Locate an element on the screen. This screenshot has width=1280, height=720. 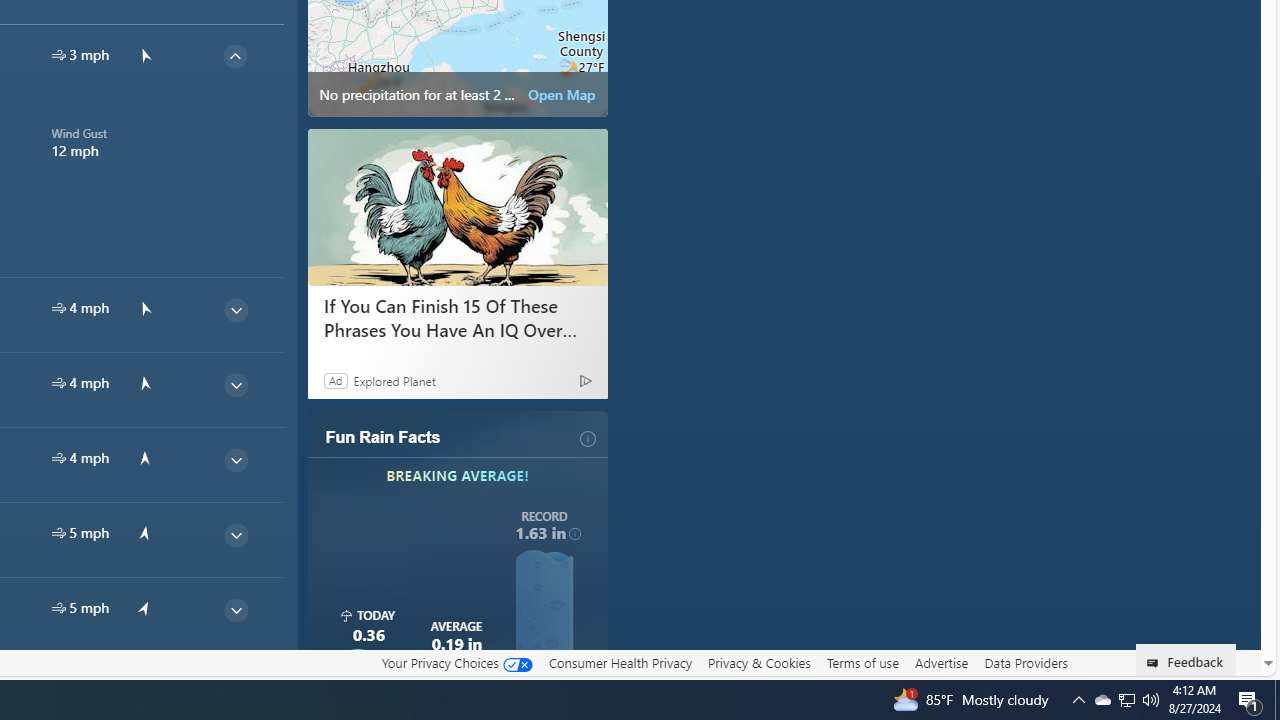
'Consumer Health Privacy' is located at coordinates (619, 663).